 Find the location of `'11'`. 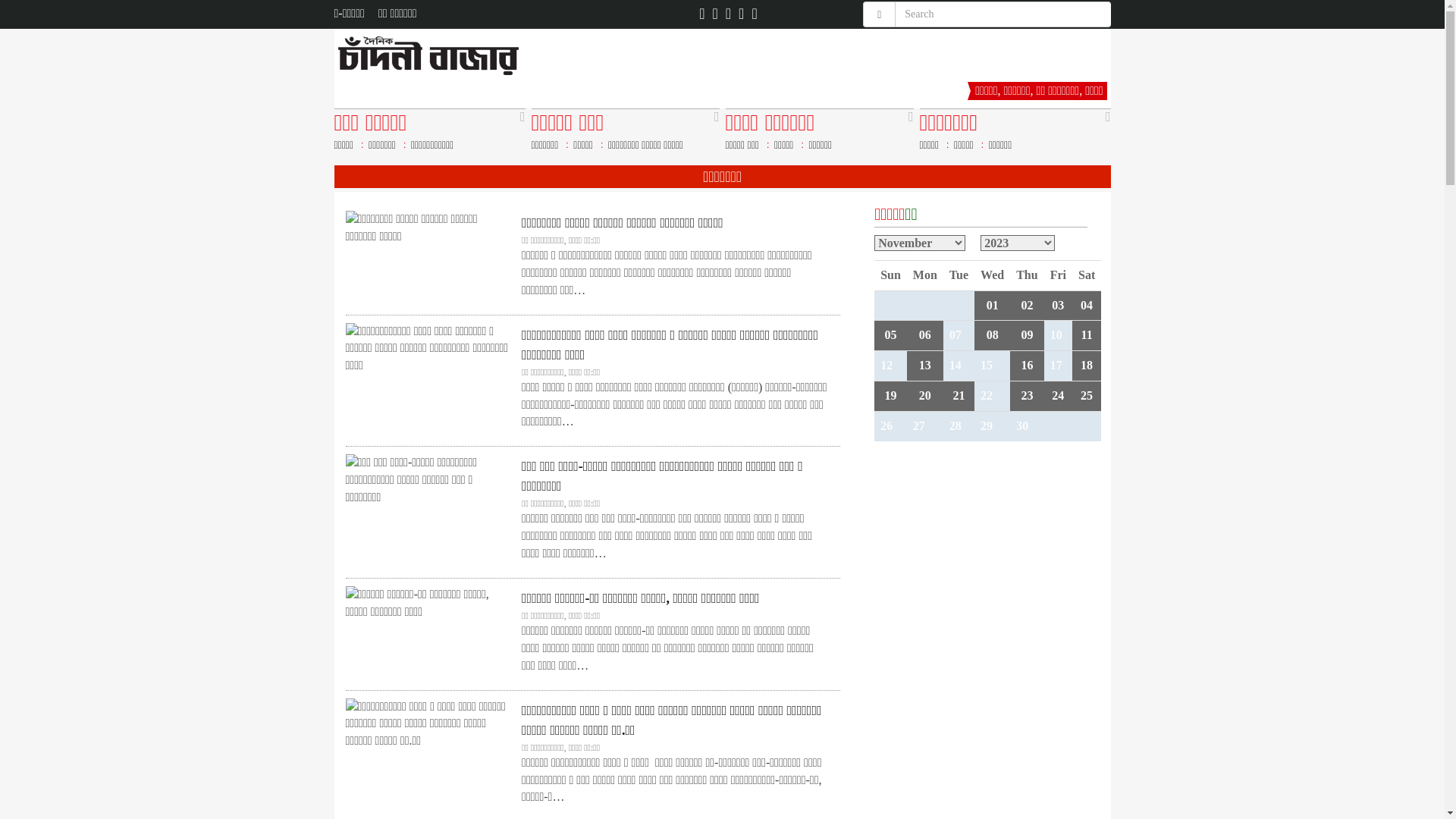

'11' is located at coordinates (1086, 334).